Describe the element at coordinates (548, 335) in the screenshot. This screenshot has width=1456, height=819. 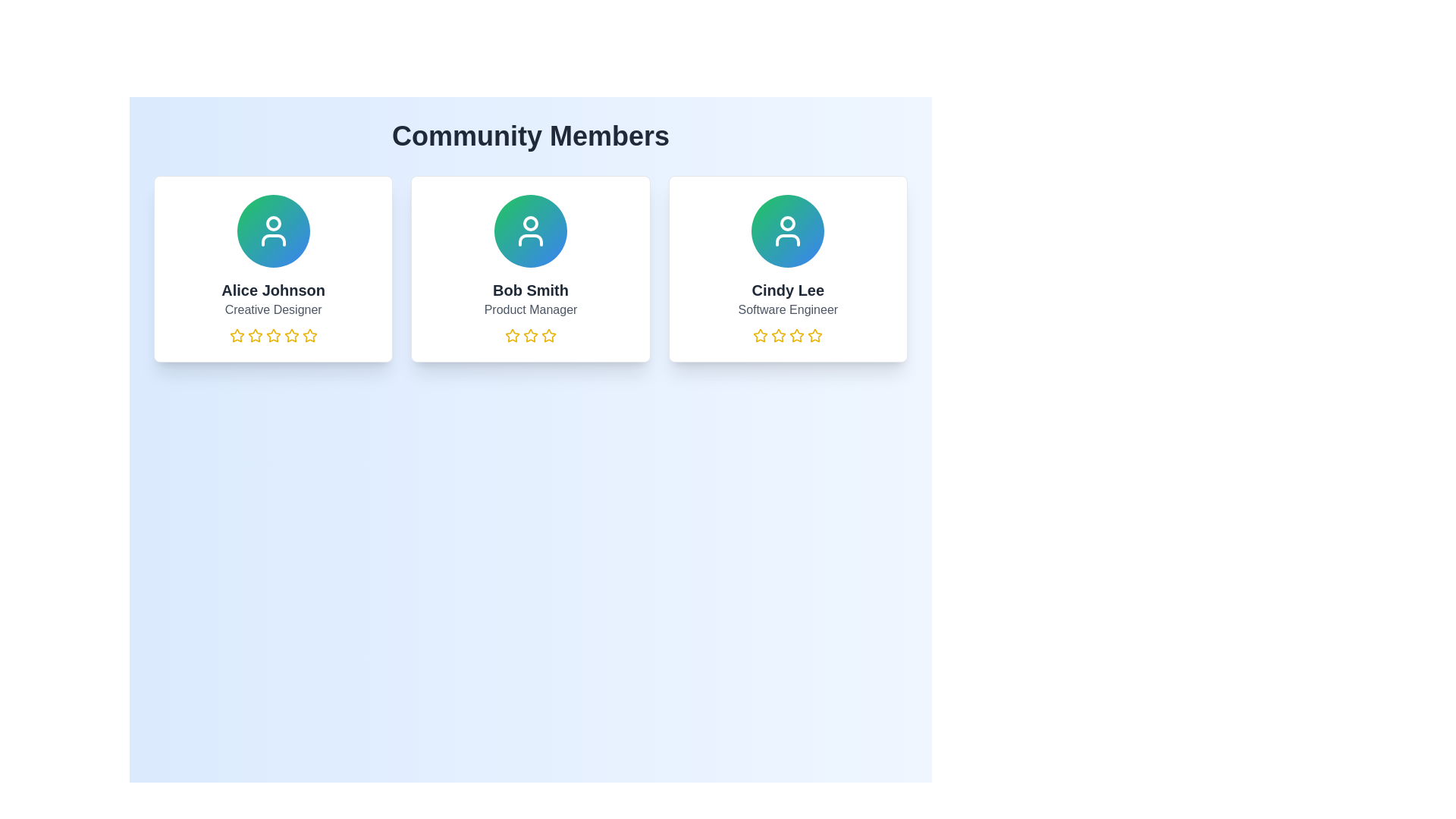
I see `the fourth star icon` at that location.